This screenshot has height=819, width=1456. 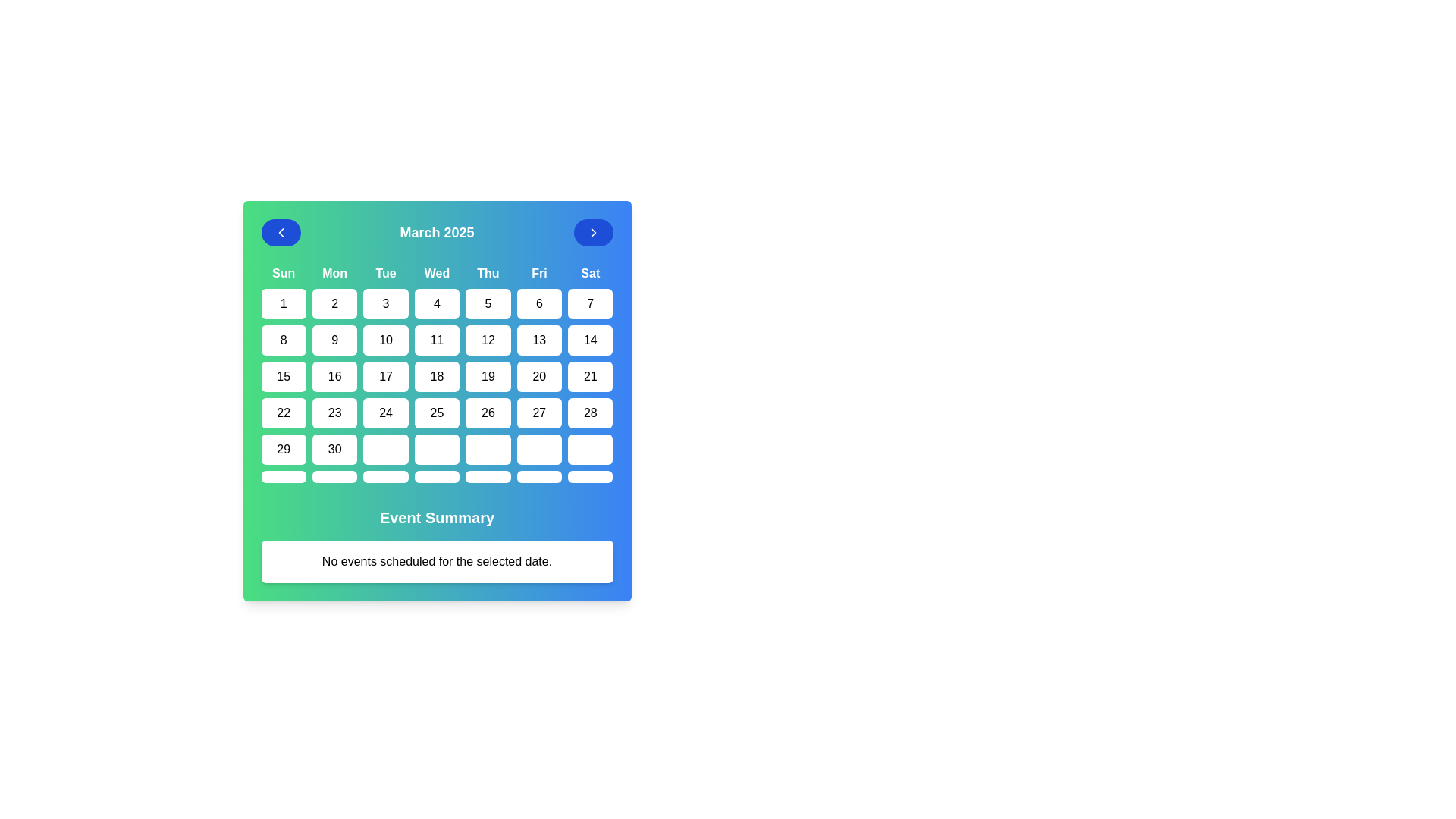 What do you see at coordinates (589, 274) in the screenshot?
I see `the static text label indicating 'Sat' in the calendar's header, positioned as the last element in the topmost row of the calendar component` at bounding box center [589, 274].